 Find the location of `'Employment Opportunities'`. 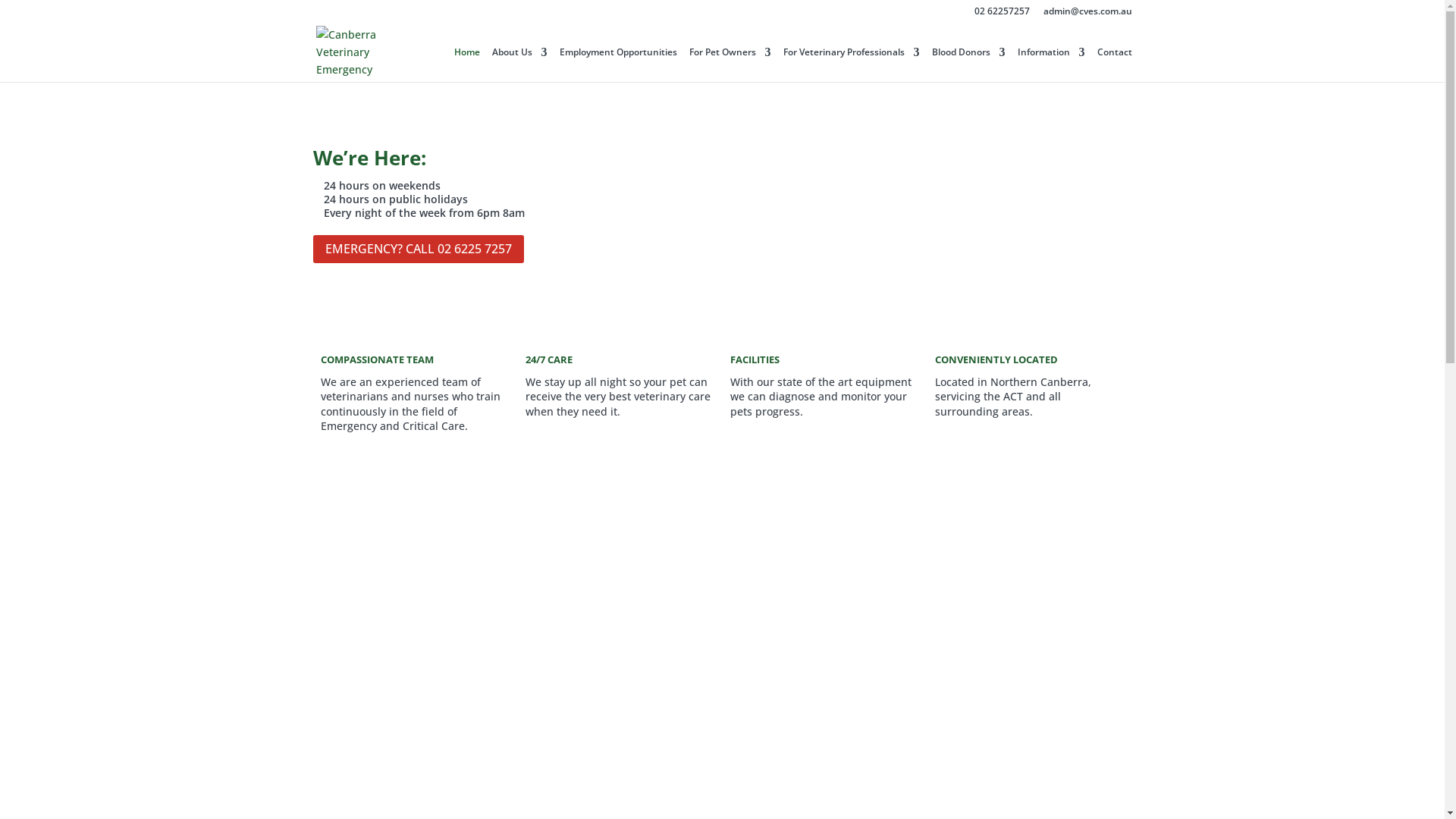

'Employment Opportunities' is located at coordinates (559, 64).